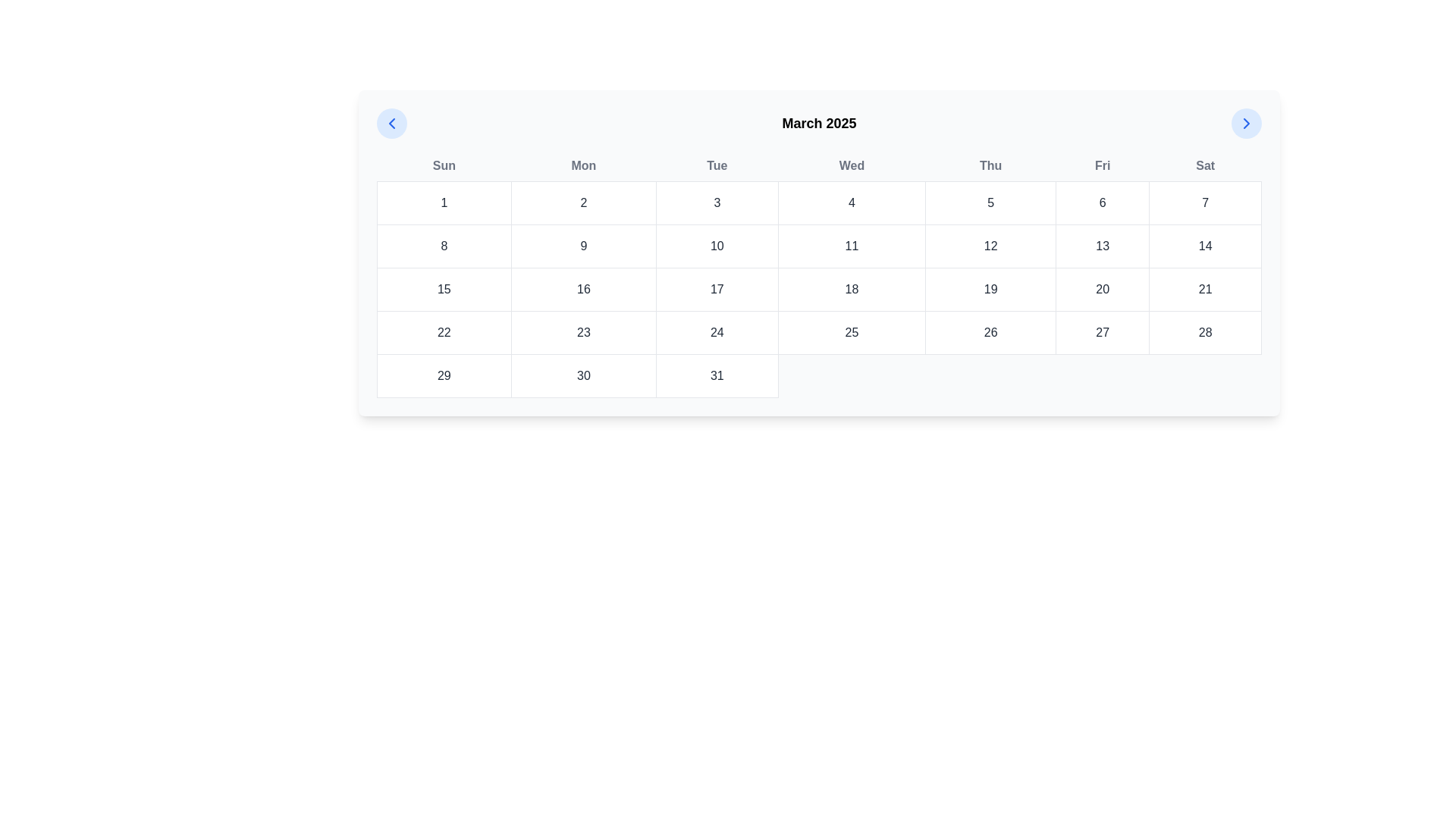 The width and height of the screenshot is (1456, 819). Describe the element at coordinates (716, 332) in the screenshot. I see `the calendar cell containing the text '24' to change the background color to blue` at that location.